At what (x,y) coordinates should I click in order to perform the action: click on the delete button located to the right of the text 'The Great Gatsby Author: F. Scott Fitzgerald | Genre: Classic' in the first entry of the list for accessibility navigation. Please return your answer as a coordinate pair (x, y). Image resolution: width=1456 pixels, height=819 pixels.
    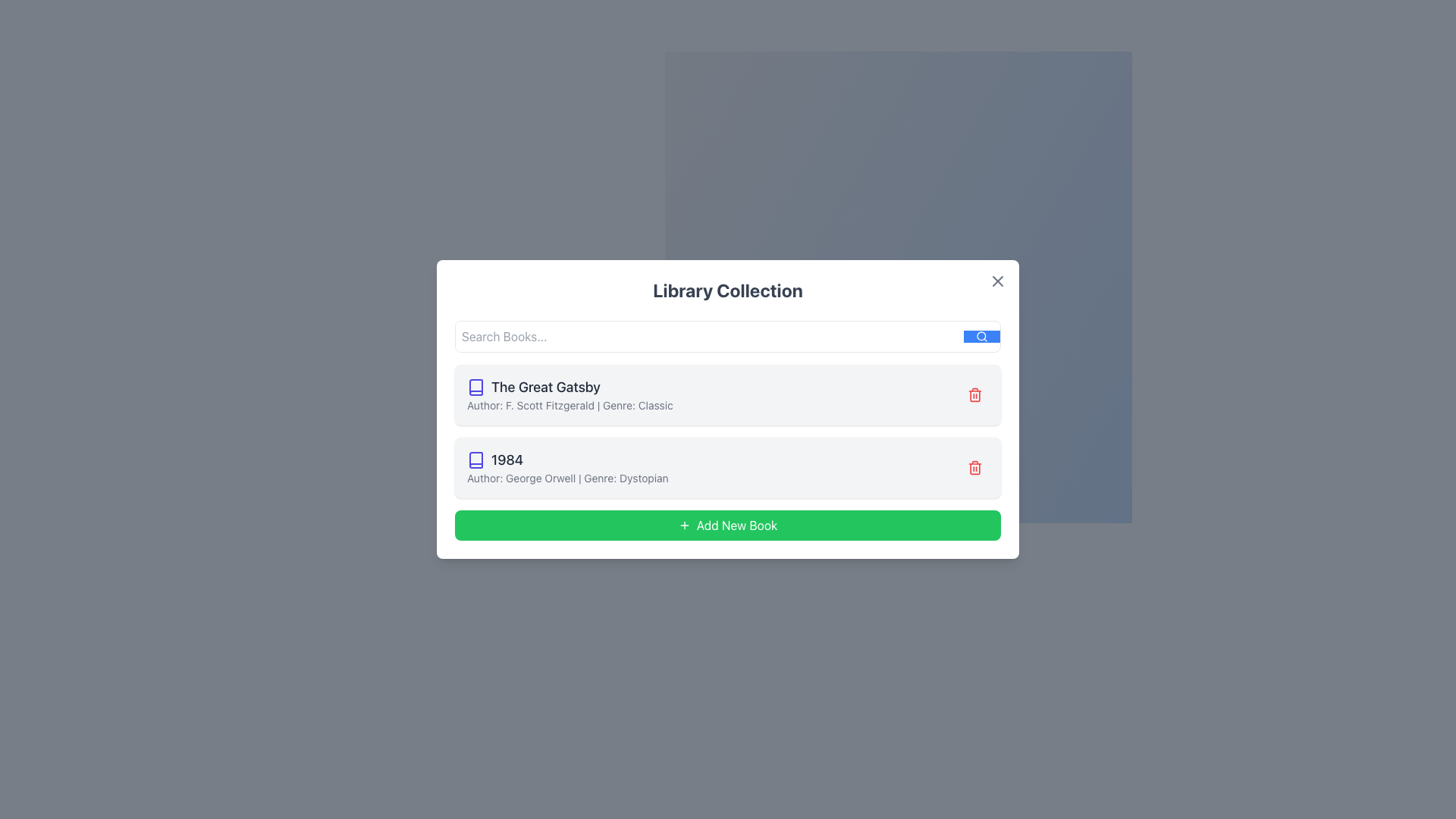
    Looking at the image, I should click on (975, 394).